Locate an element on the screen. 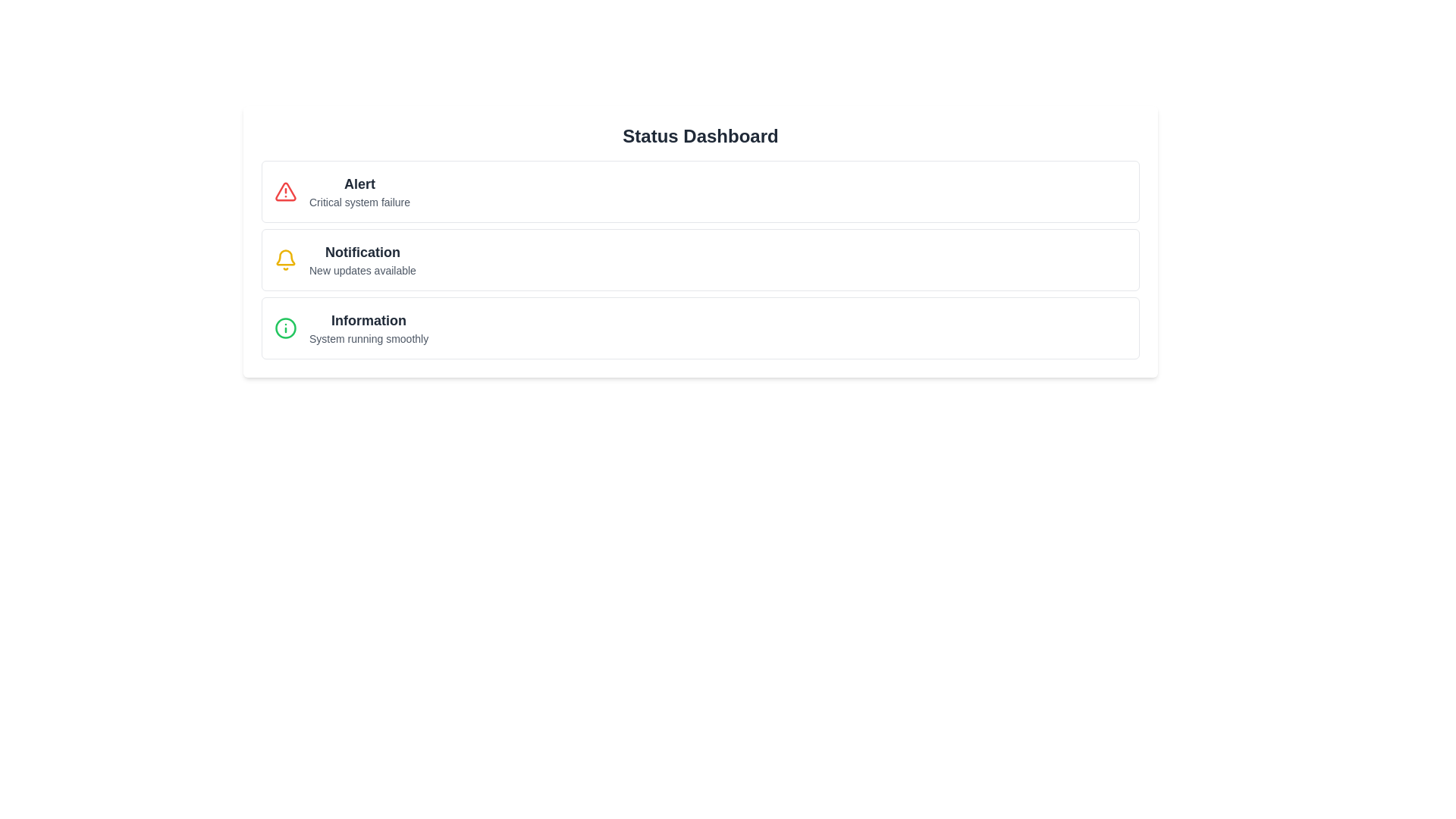 The image size is (1456, 819). the text block displaying 'Critical system failure' located beneath the 'Alert' heading in the notification section is located at coordinates (359, 201).